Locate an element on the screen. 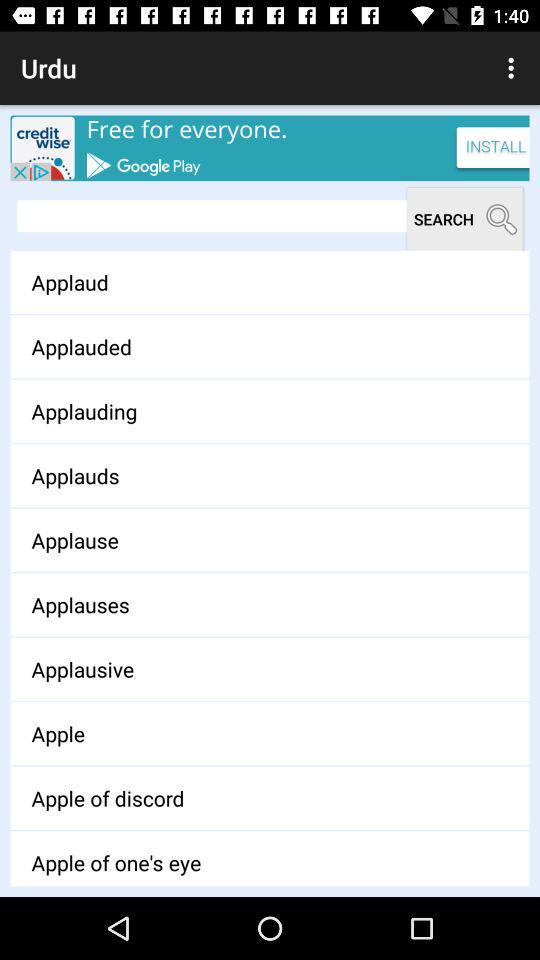 The height and width of the screenshot is (960, 540). install credit wise is located at coordinates (270, 147).